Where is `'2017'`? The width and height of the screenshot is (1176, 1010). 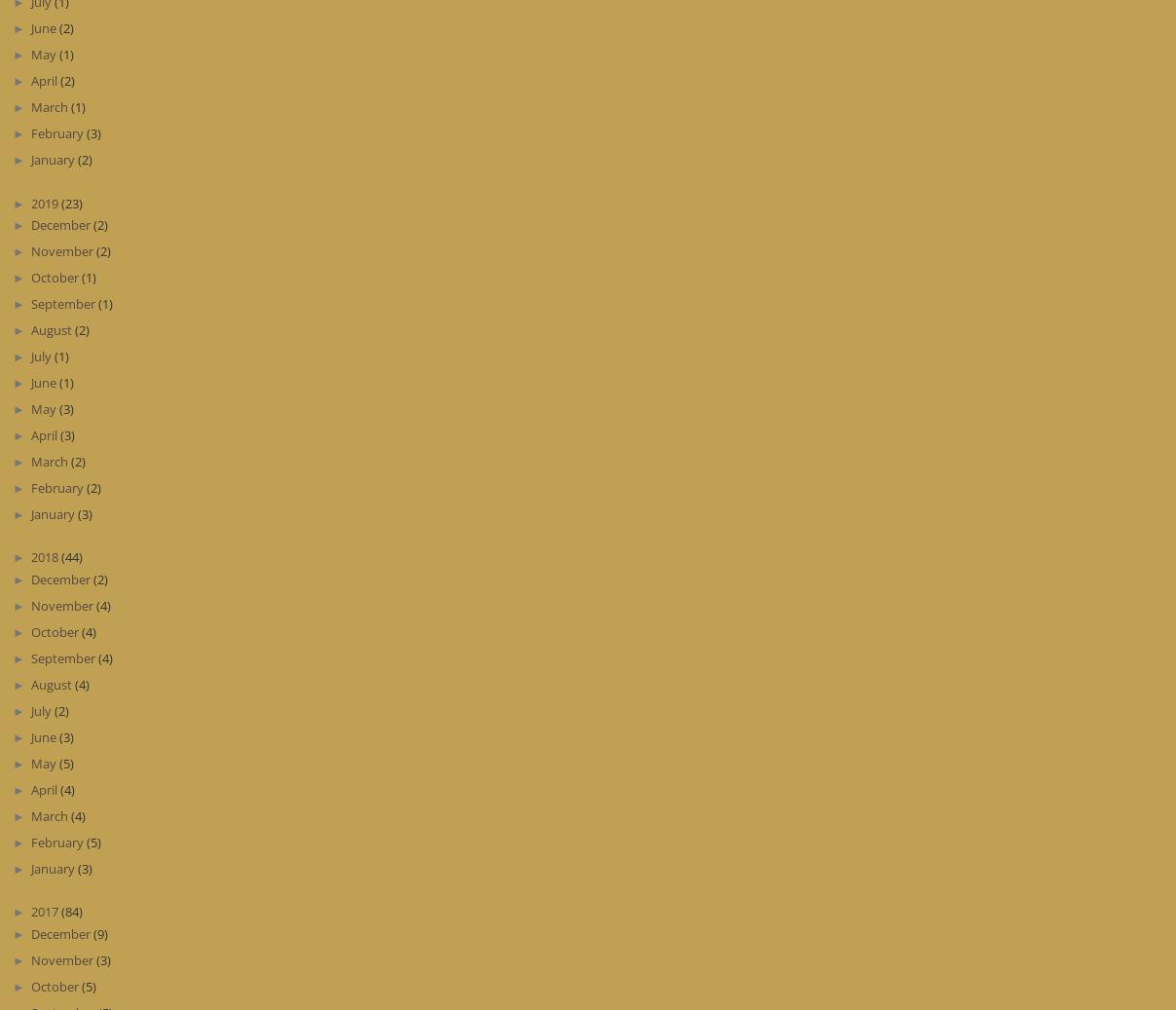
'2017' is located at coordinates (44, 911).